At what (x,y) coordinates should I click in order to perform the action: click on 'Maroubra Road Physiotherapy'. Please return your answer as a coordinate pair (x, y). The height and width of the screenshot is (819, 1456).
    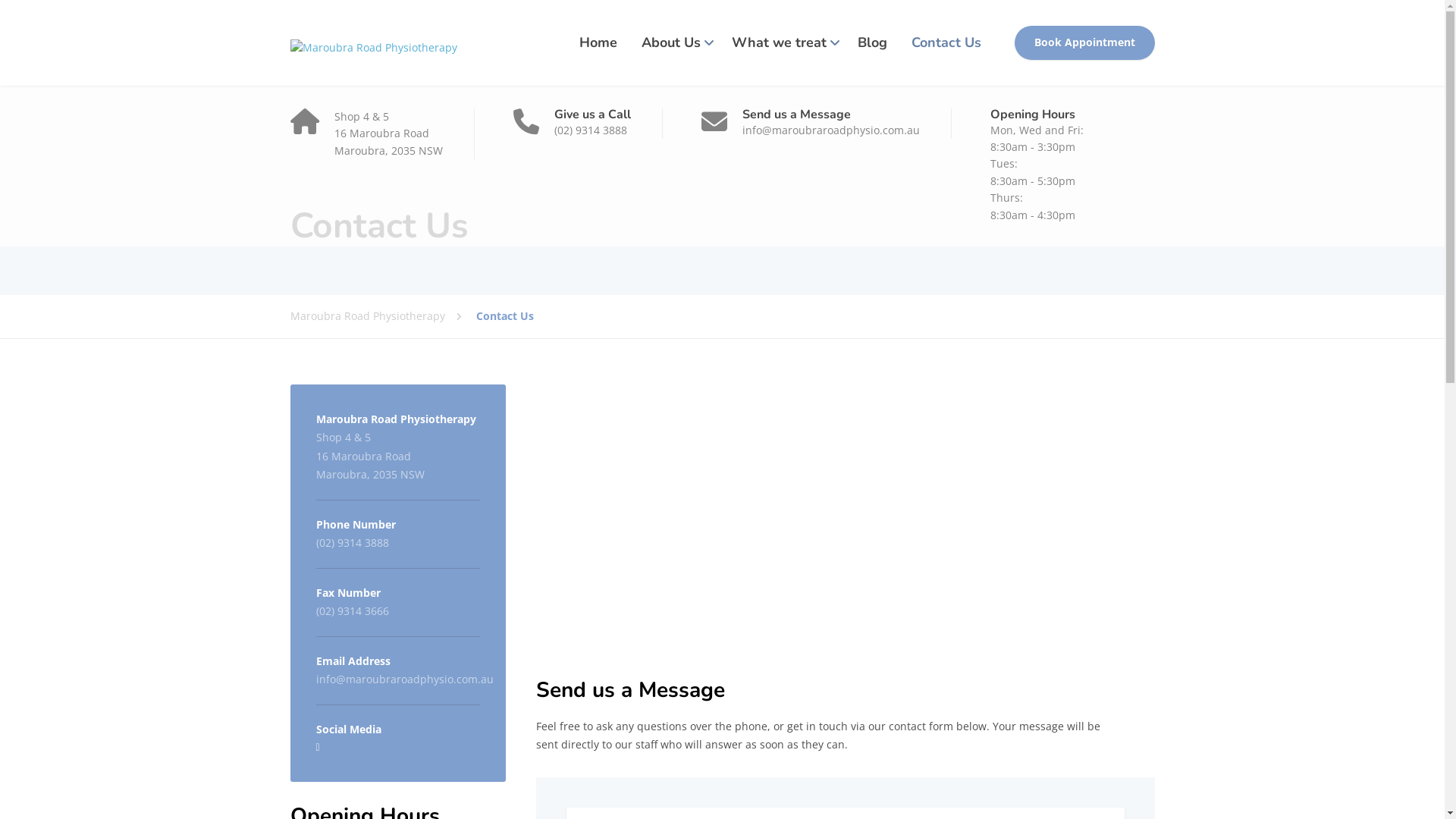
    Looking at the image, I should click on (372, 42).